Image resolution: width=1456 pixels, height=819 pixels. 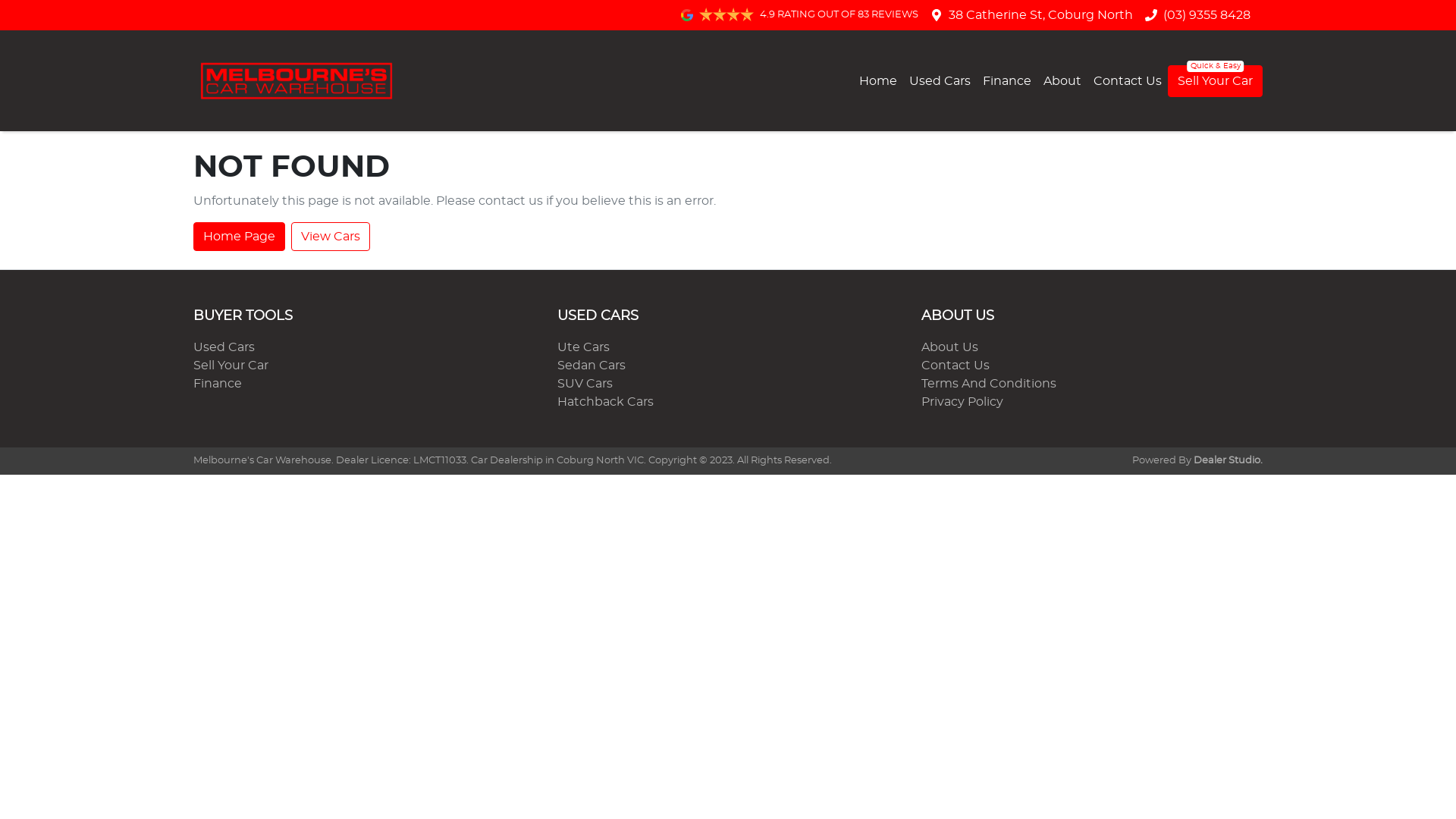 I want to click on '(03) 9355 8428', so click(x=1163, y=14).